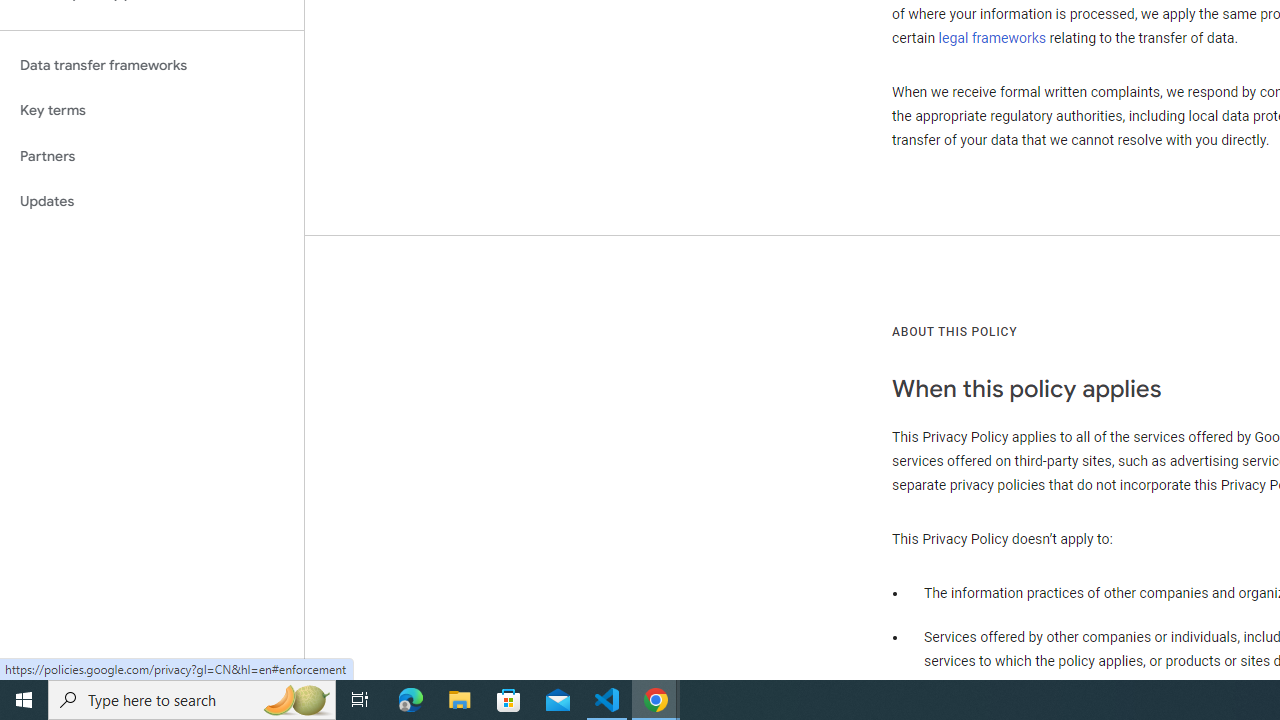  Describe the element at coordinates (151, 110) in the screenshot. I see `'Key terms'` at that location.